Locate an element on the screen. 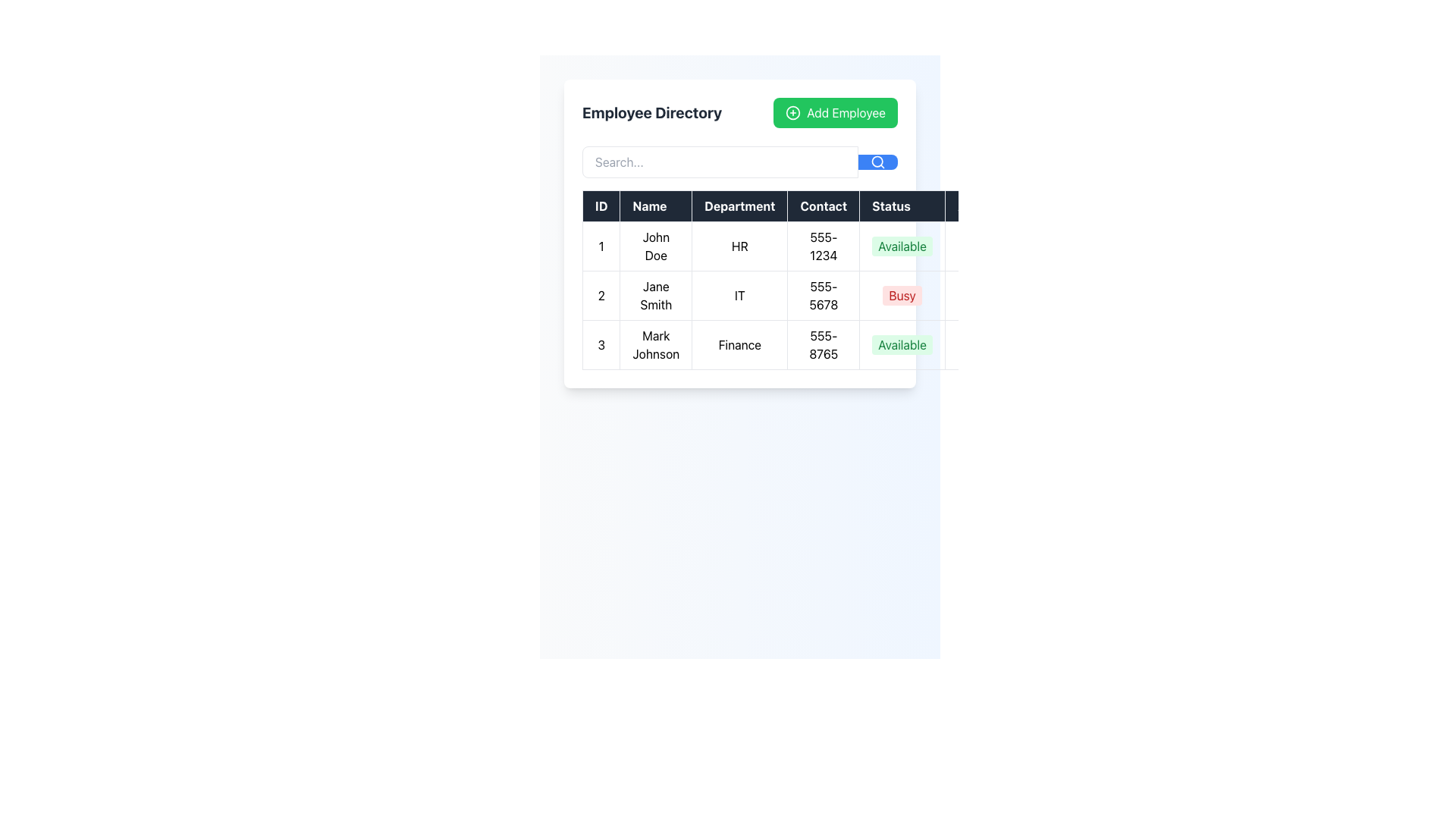 The width and height of the screenshot is (1456, 819). value of the employee ID cell located in the third row of the Employee Directory table, which is the first cell under the 'ID' column is located at coordinates (601, 345).